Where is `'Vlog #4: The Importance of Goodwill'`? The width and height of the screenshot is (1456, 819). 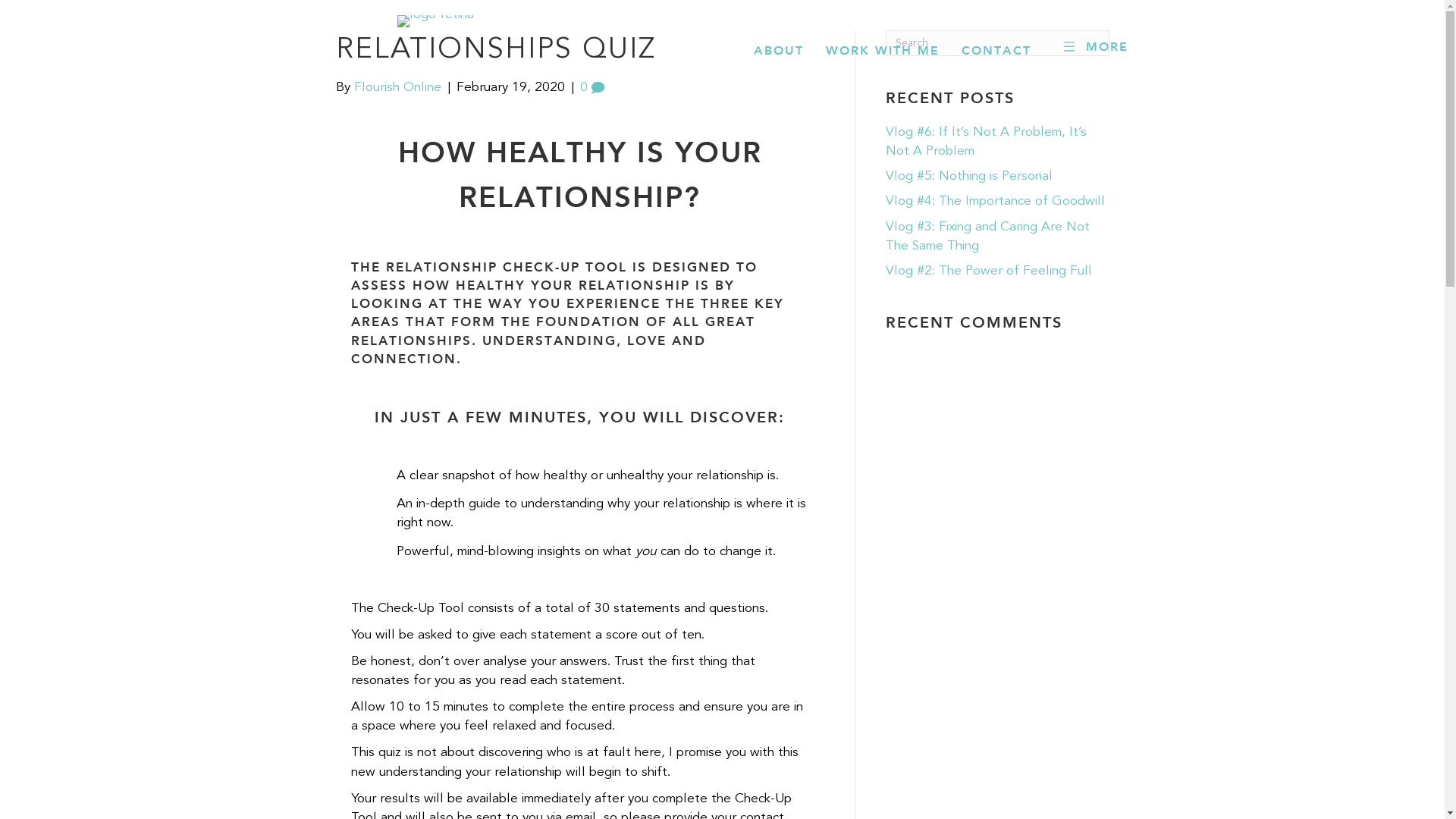 'Vlog #4: The Importance of Goodwill' is located at coordinates (995, 200).